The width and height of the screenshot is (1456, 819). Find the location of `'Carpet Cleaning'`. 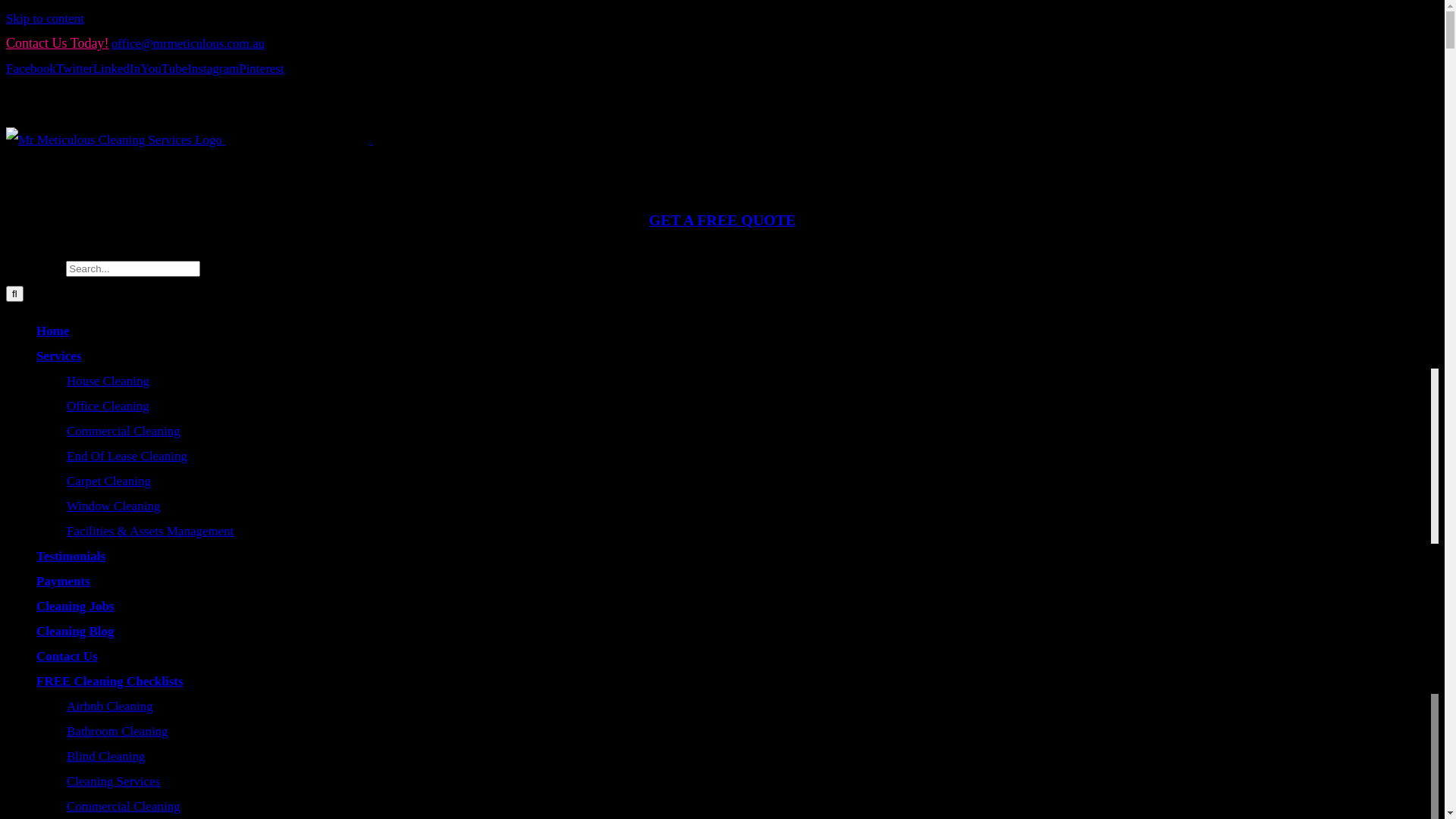

'Carpet Cleaning' is located at coordinates (108, 481).